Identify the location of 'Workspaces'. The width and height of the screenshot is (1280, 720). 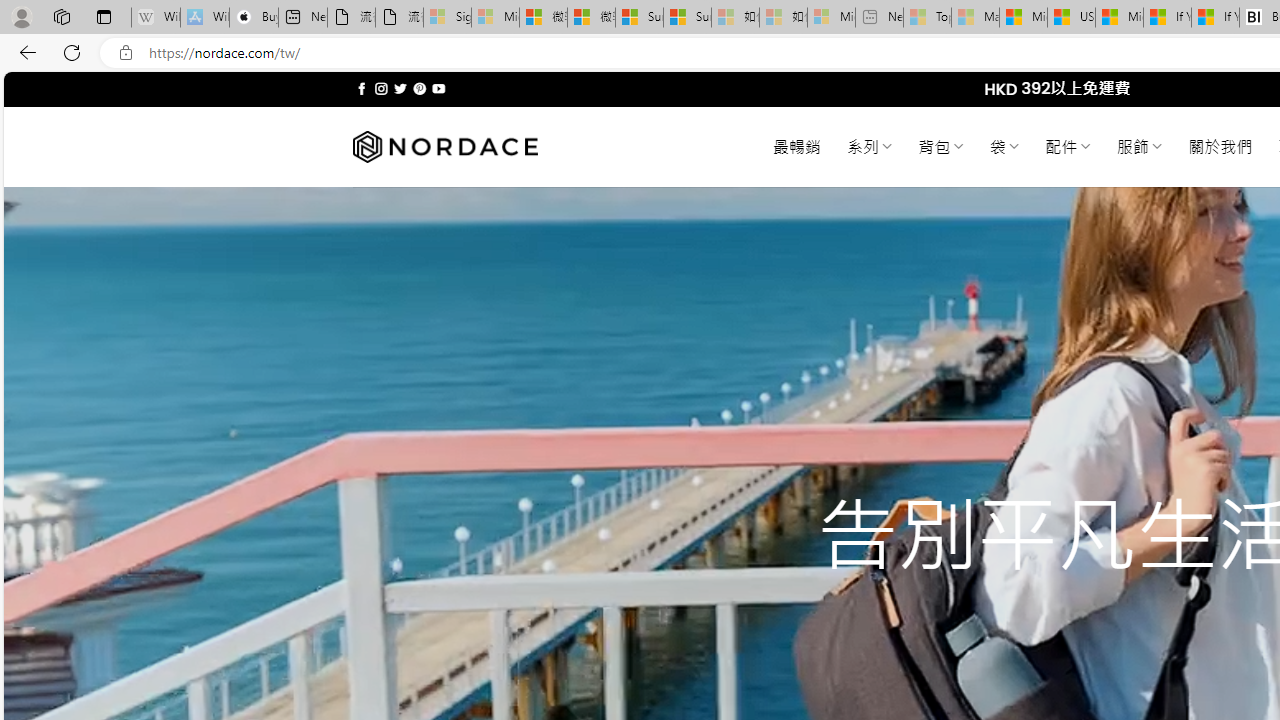
(61, 16).